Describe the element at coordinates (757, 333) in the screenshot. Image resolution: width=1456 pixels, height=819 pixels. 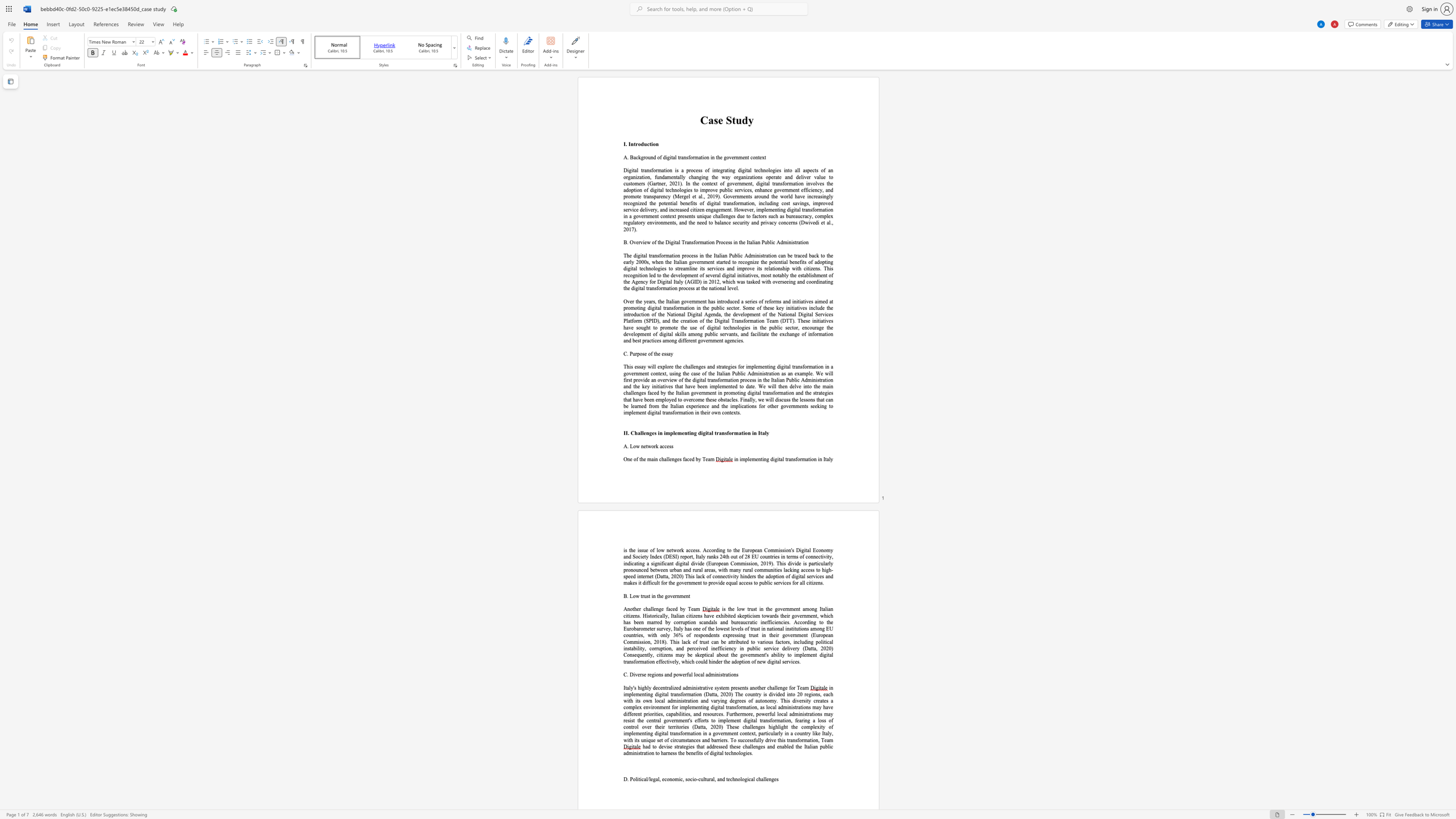
I see `the subset text "il" within the text "facilitate"` at that location.